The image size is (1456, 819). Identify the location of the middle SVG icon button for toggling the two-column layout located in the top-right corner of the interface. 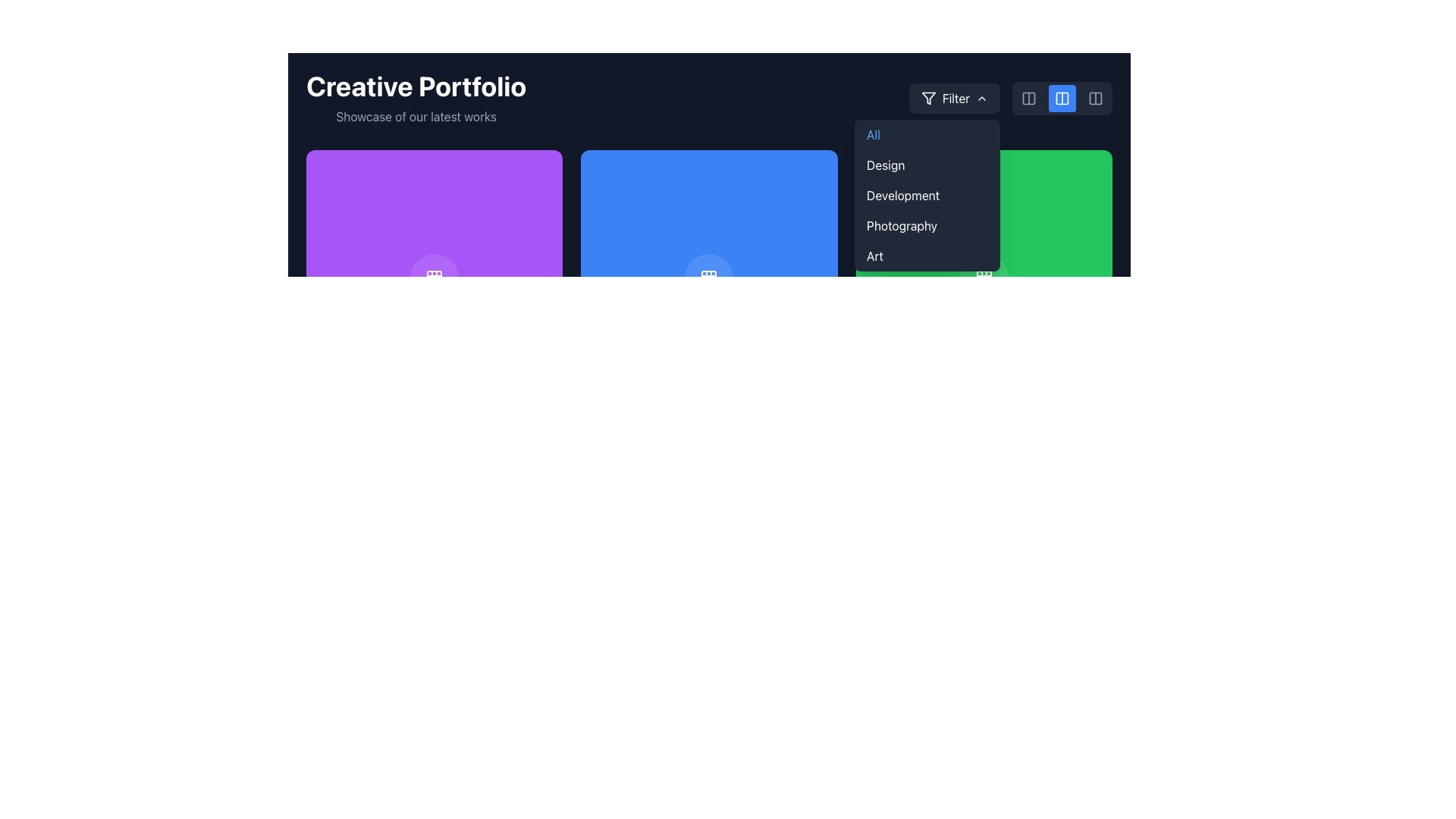
(1062, 99).